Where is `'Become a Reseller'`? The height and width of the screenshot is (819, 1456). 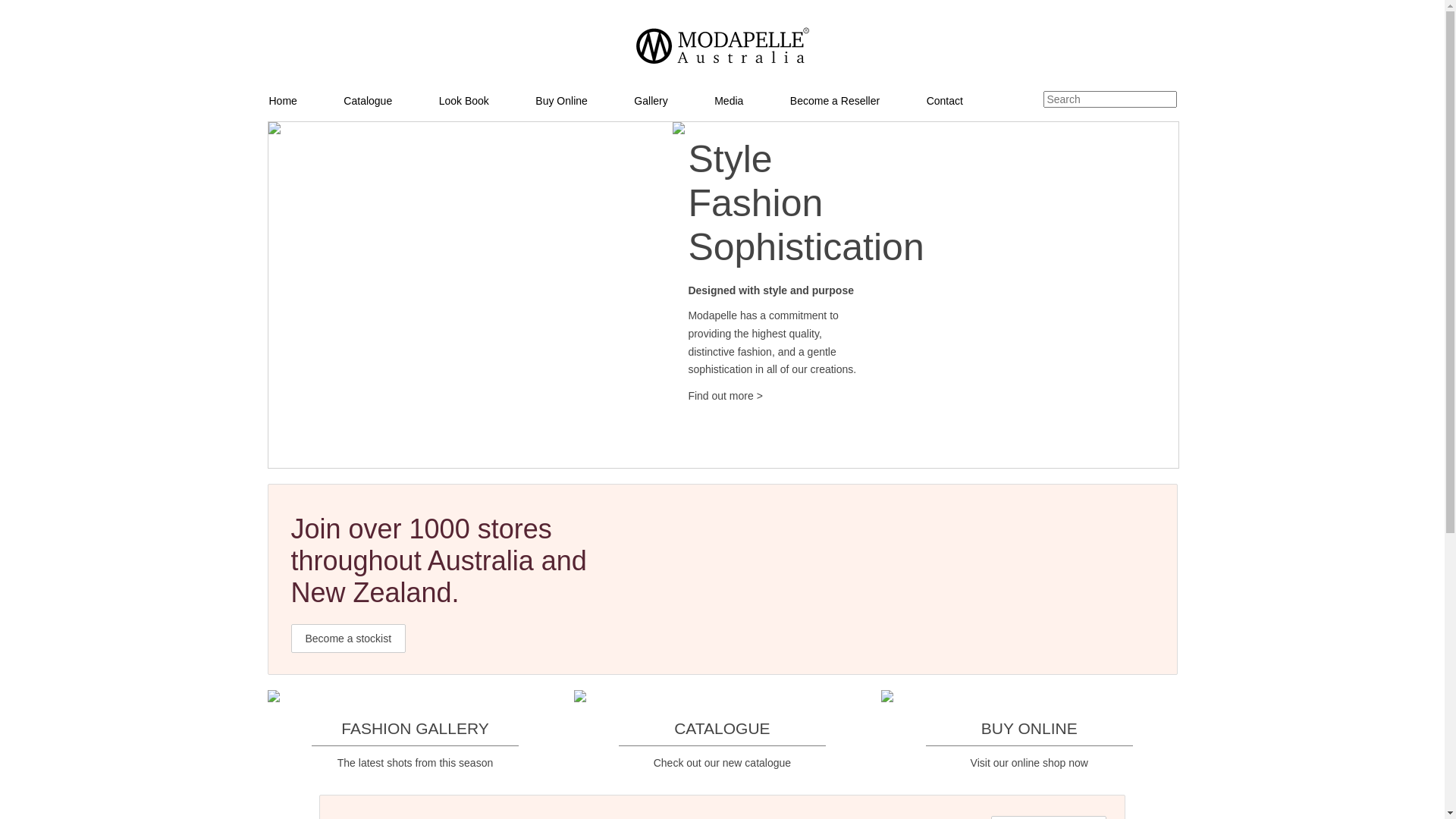
'Become a Reseller' is located at coordinates (858, 100).